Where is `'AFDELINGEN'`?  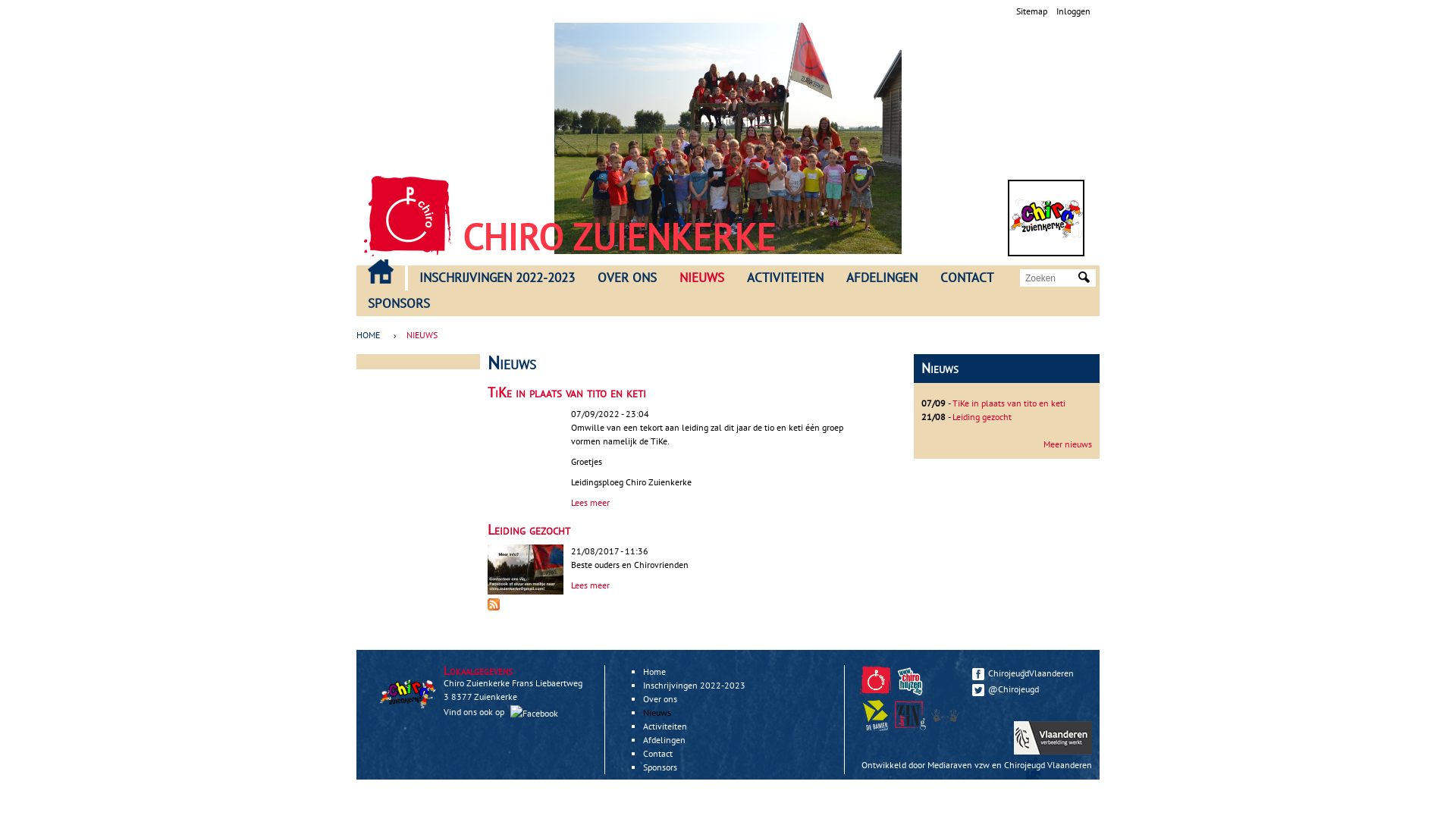
'AFDELINGEN' is located at coordinates (881, 278).